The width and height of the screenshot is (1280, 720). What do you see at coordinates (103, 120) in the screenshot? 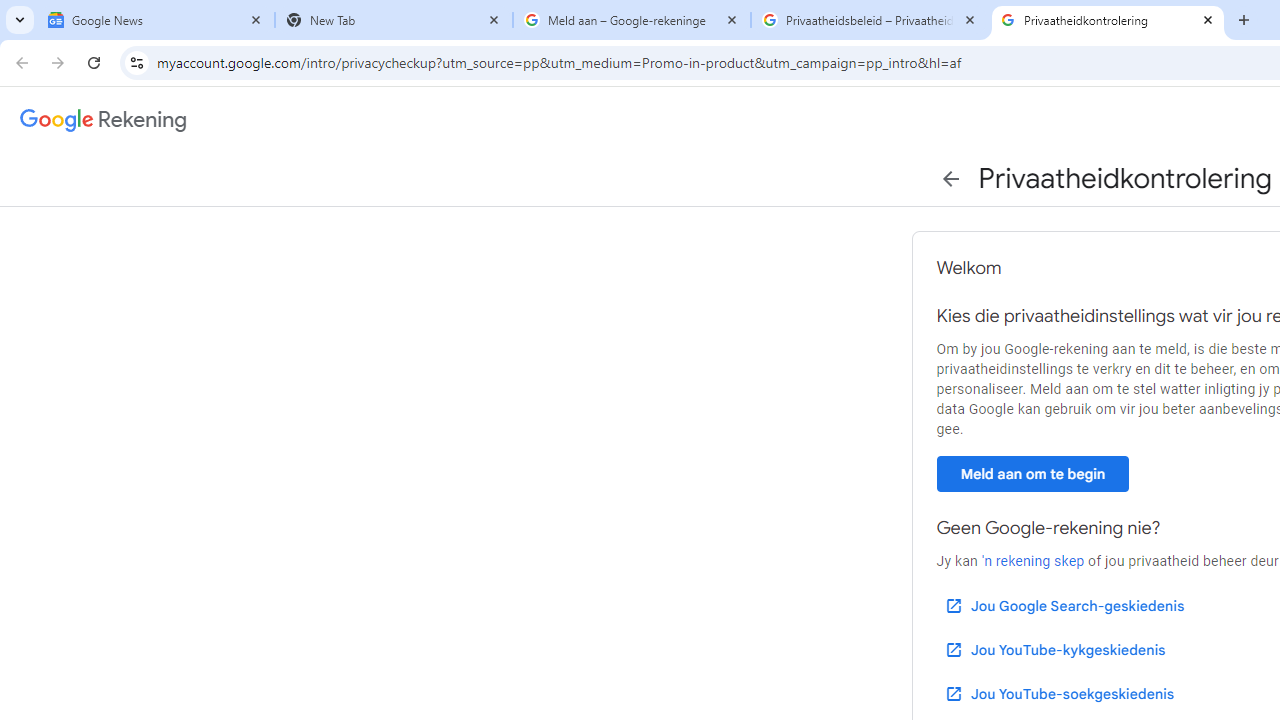
I see `'Google Rekening-instellings'` at bounding box center [103, 120].